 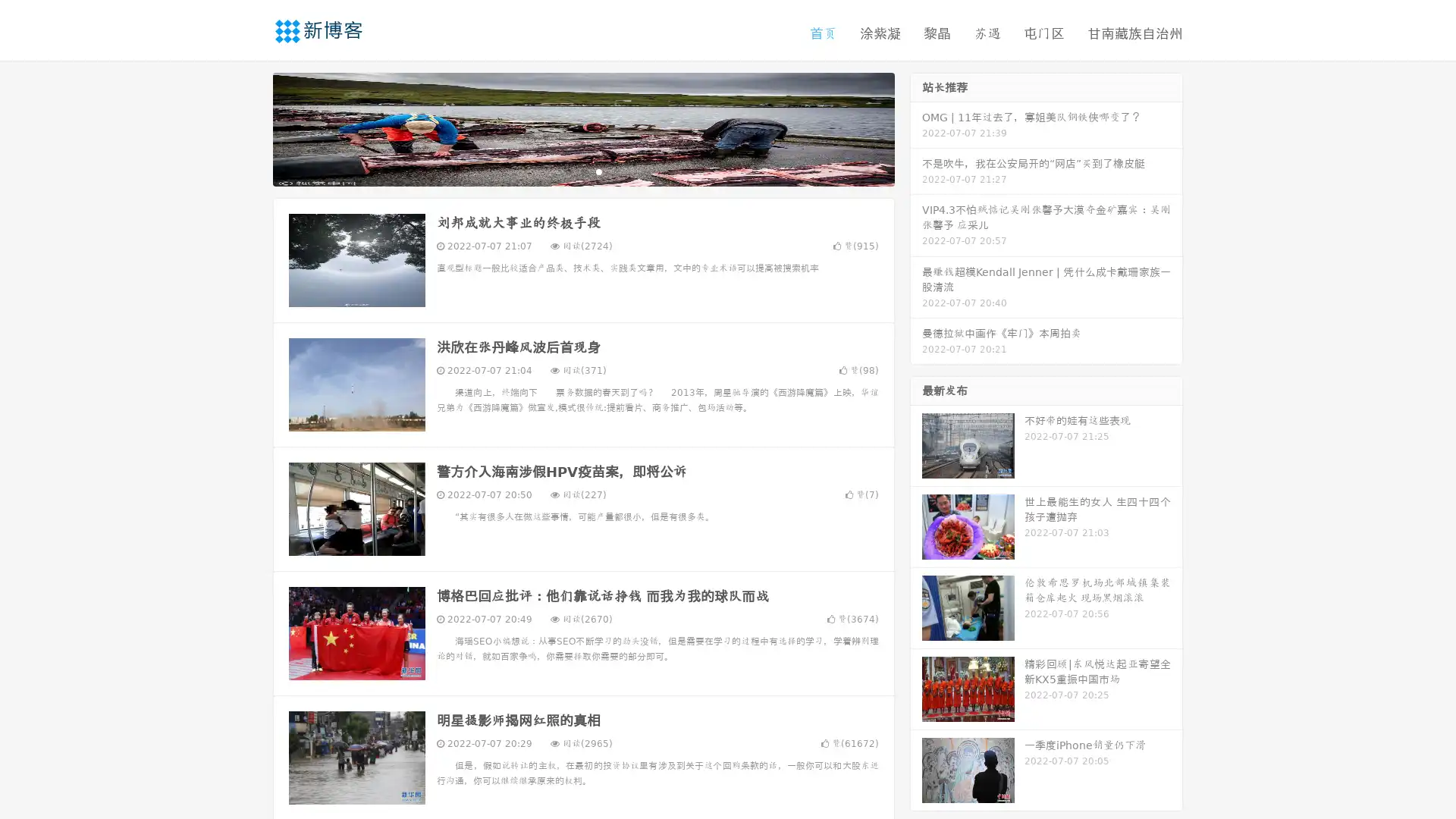 I want to click on Go to slide 1, so click(x=567, y=171).